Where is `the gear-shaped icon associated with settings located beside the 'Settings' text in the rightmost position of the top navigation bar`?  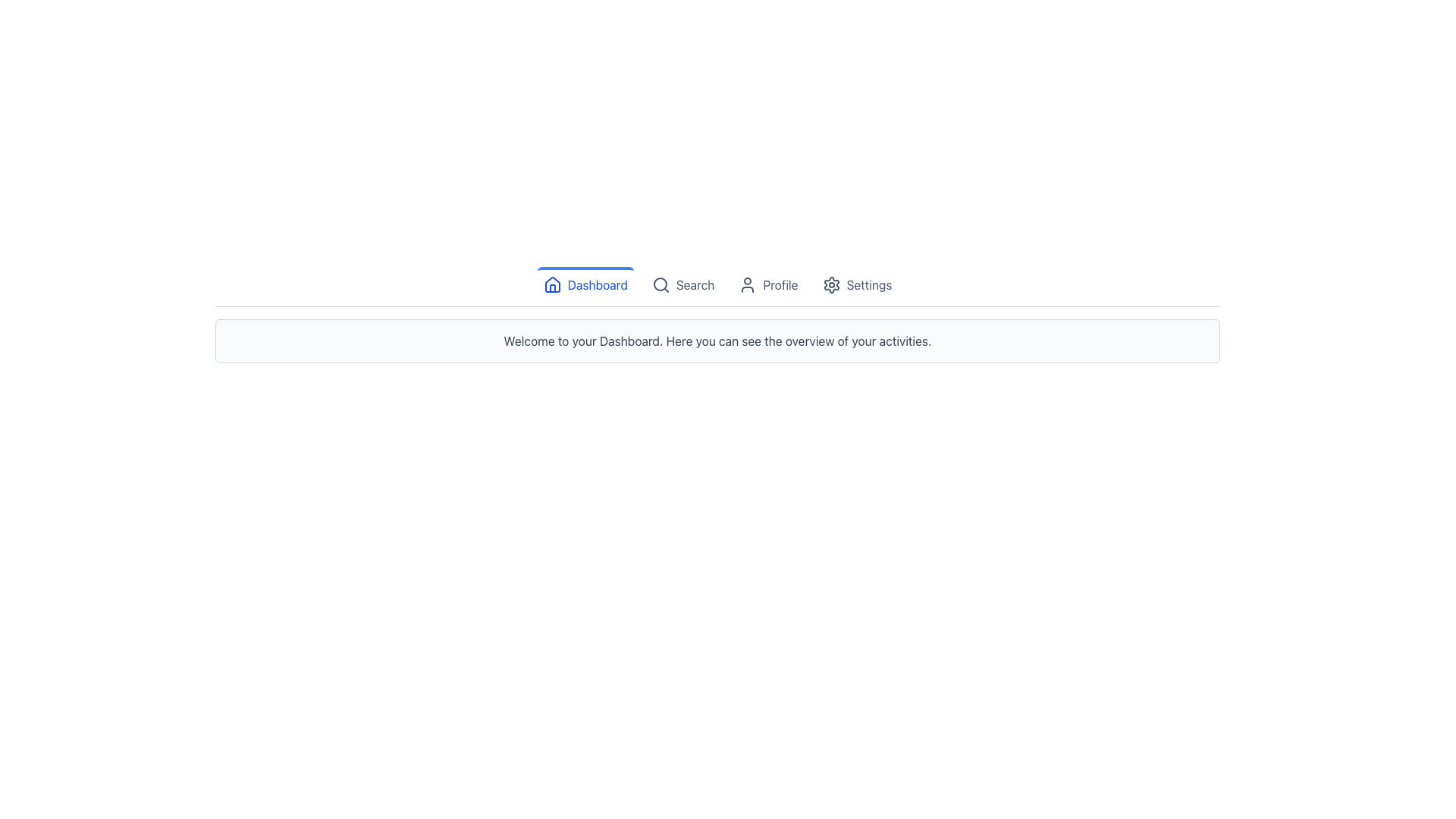
the gear-shaped icon associated with settings located beside the 'Settings' text in the rightmost position of the top navigation bar is located at coordinates (830, 284).